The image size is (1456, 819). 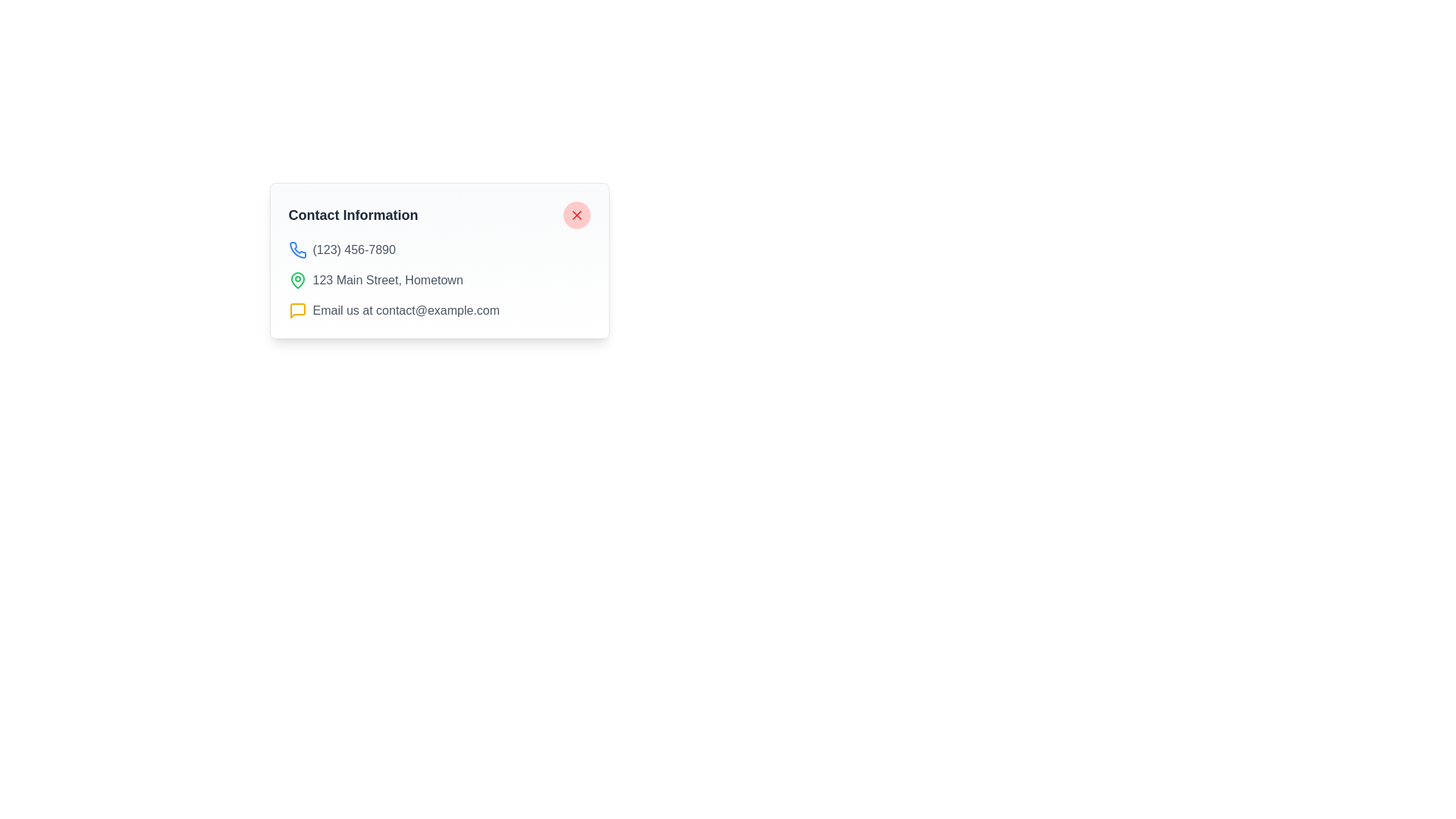 What do you see at coordinates (438, 281) in the screenshot?
I see `the text-based component displaying the address, located under the 'Contact Information' section` at bounding box center [438, 281].